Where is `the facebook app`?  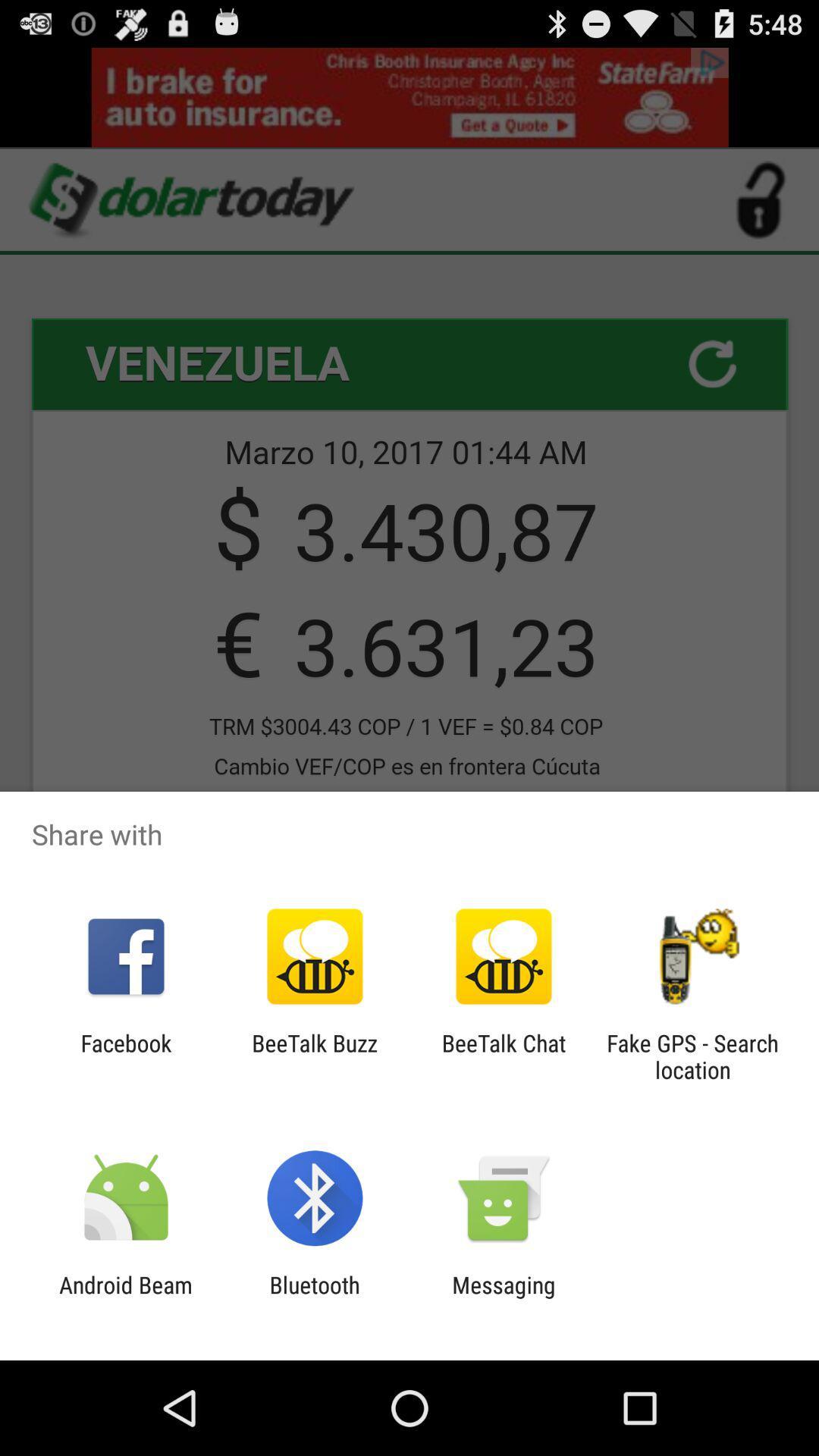
the facebook app is located at coordinates (125, 1056).